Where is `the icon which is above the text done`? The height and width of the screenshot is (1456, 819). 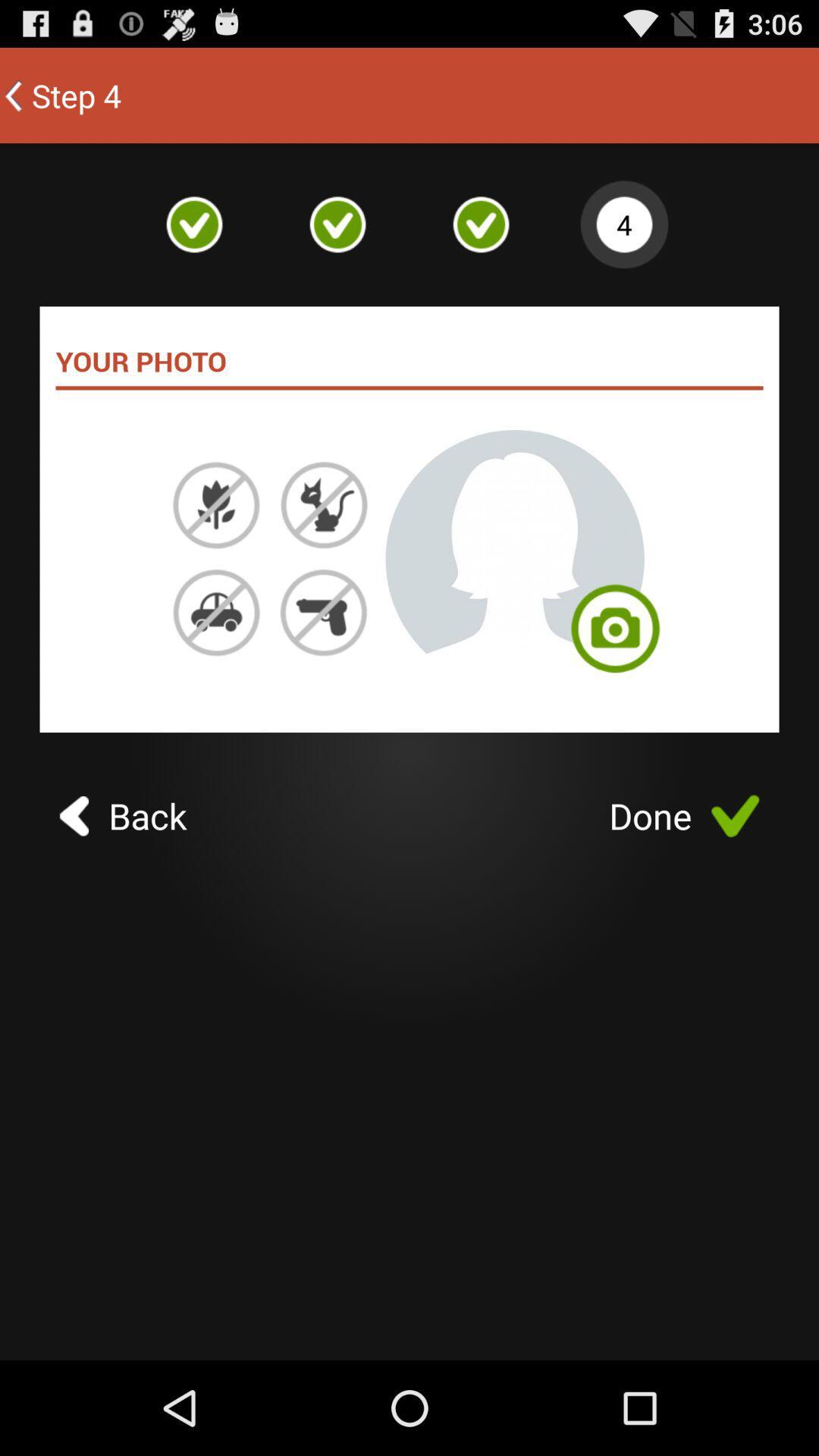 the icon which is above the text done is located at coordinates (615, 636).